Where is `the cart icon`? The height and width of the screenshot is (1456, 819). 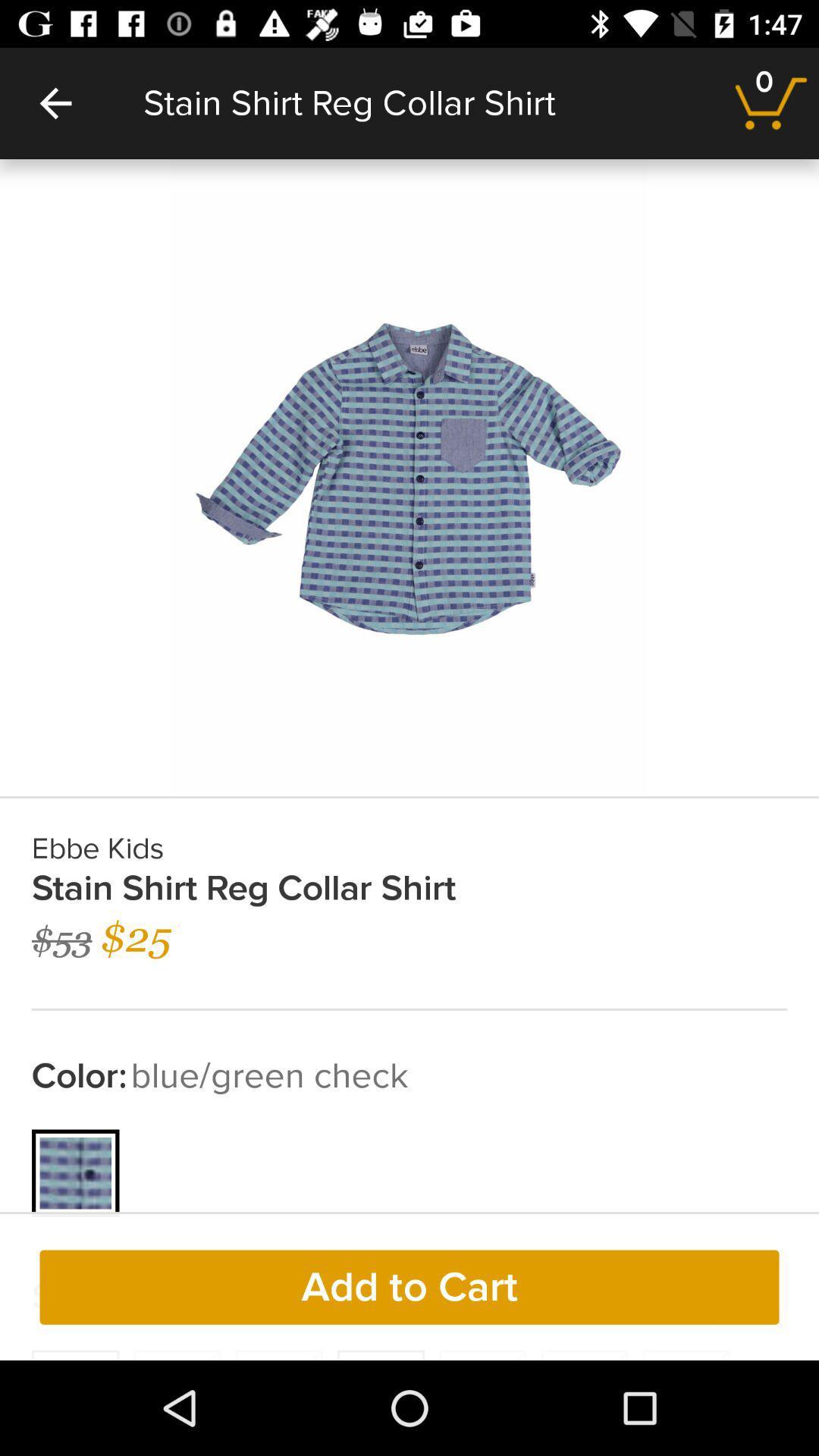
the cart icon is located at coordinates (771, 102).